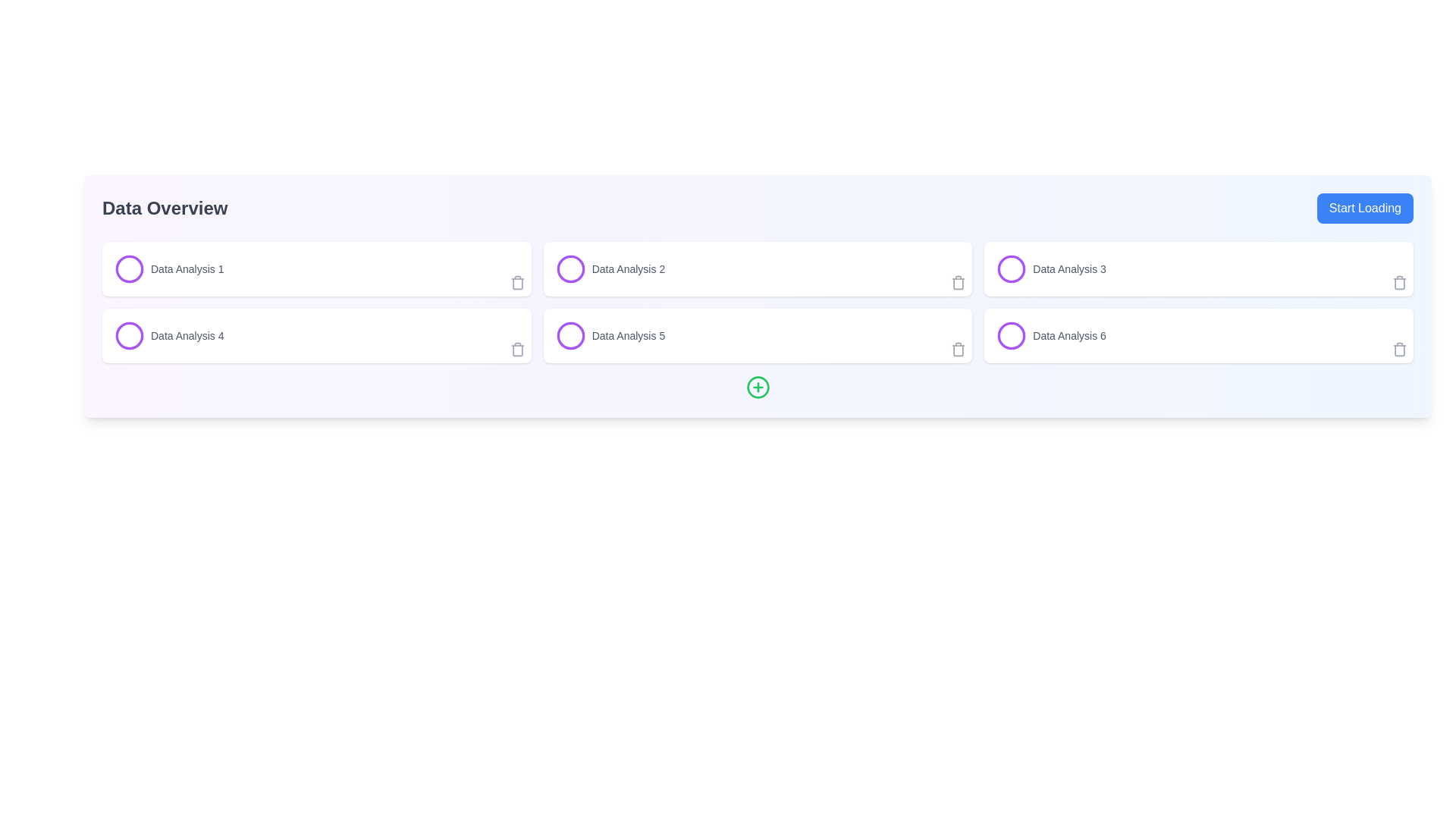 The height and width of the screenshot is (819, 1456). What do you see at coordinates (758, 386) in the screenshot?
I see `the button with a plus symbol located at the bottom center of the interface, positioned between the rows labeled 'Data Analysis 1' through 'Data Analysis 6'` at bounding box center [758, 386].